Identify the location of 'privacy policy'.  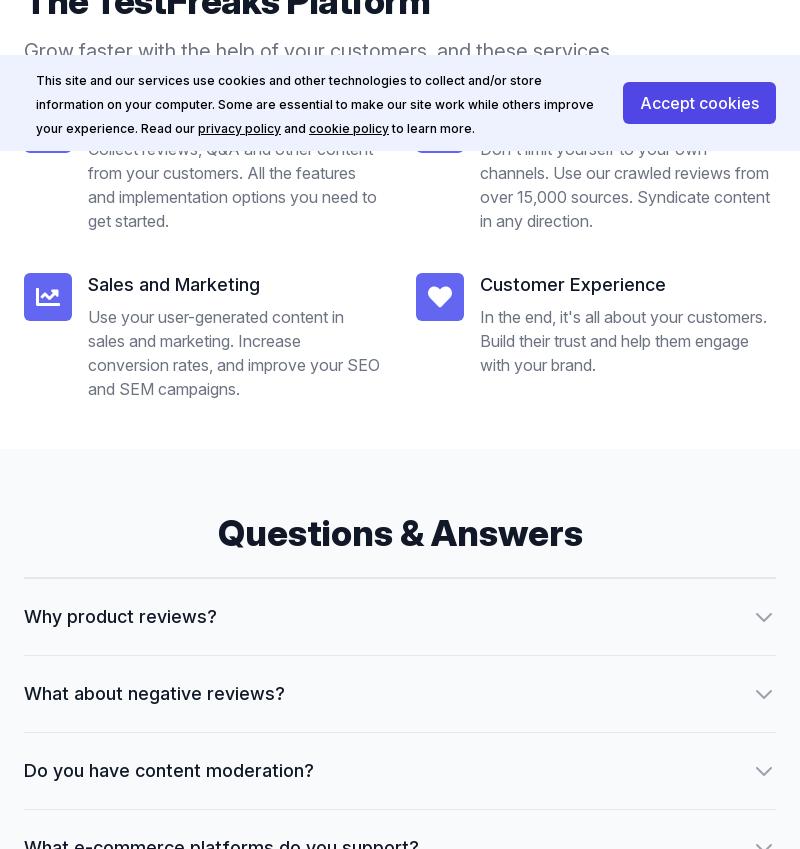
(238, 127).